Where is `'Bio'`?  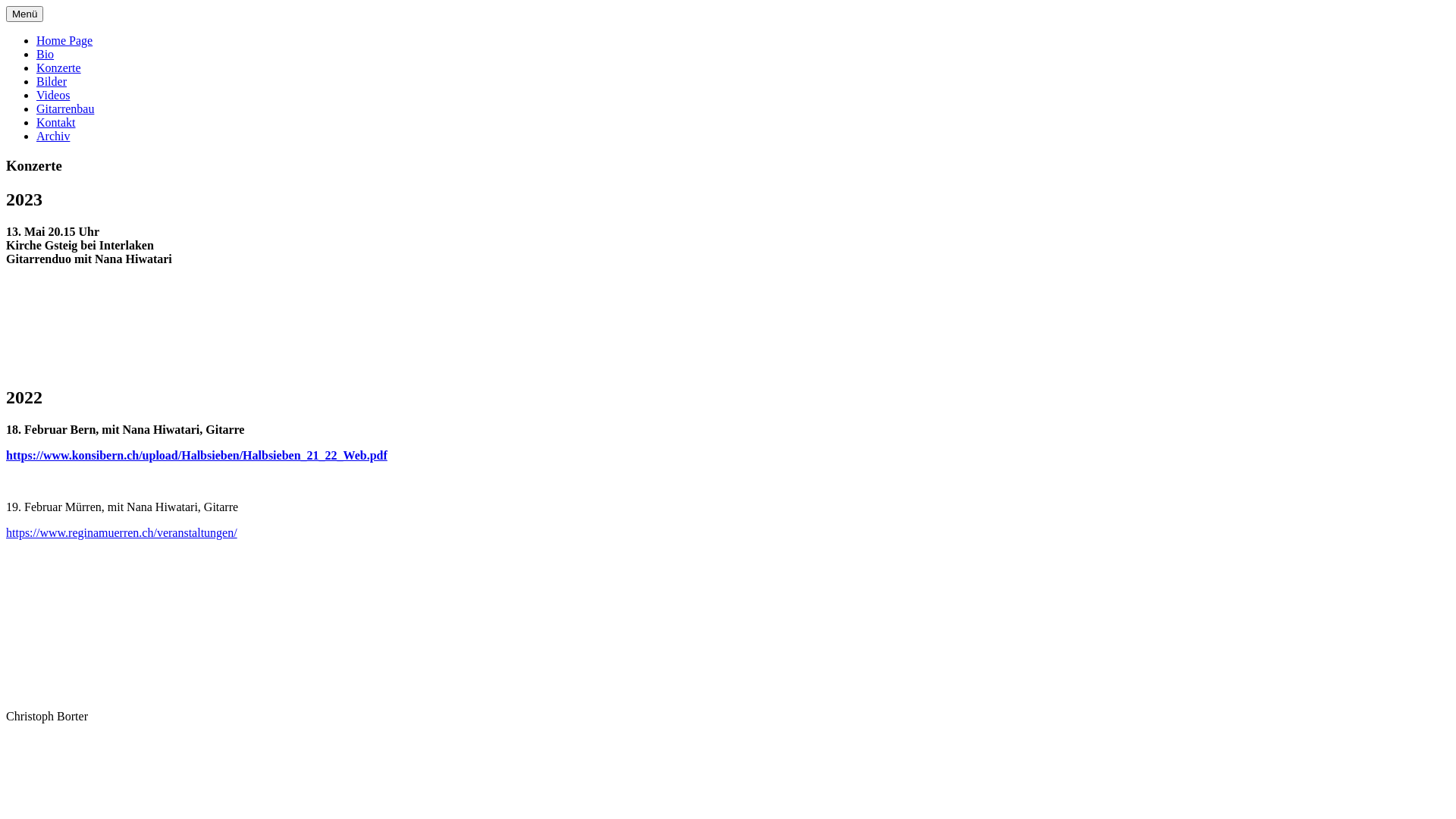 'Bio' is located at coordinates (45, 53).